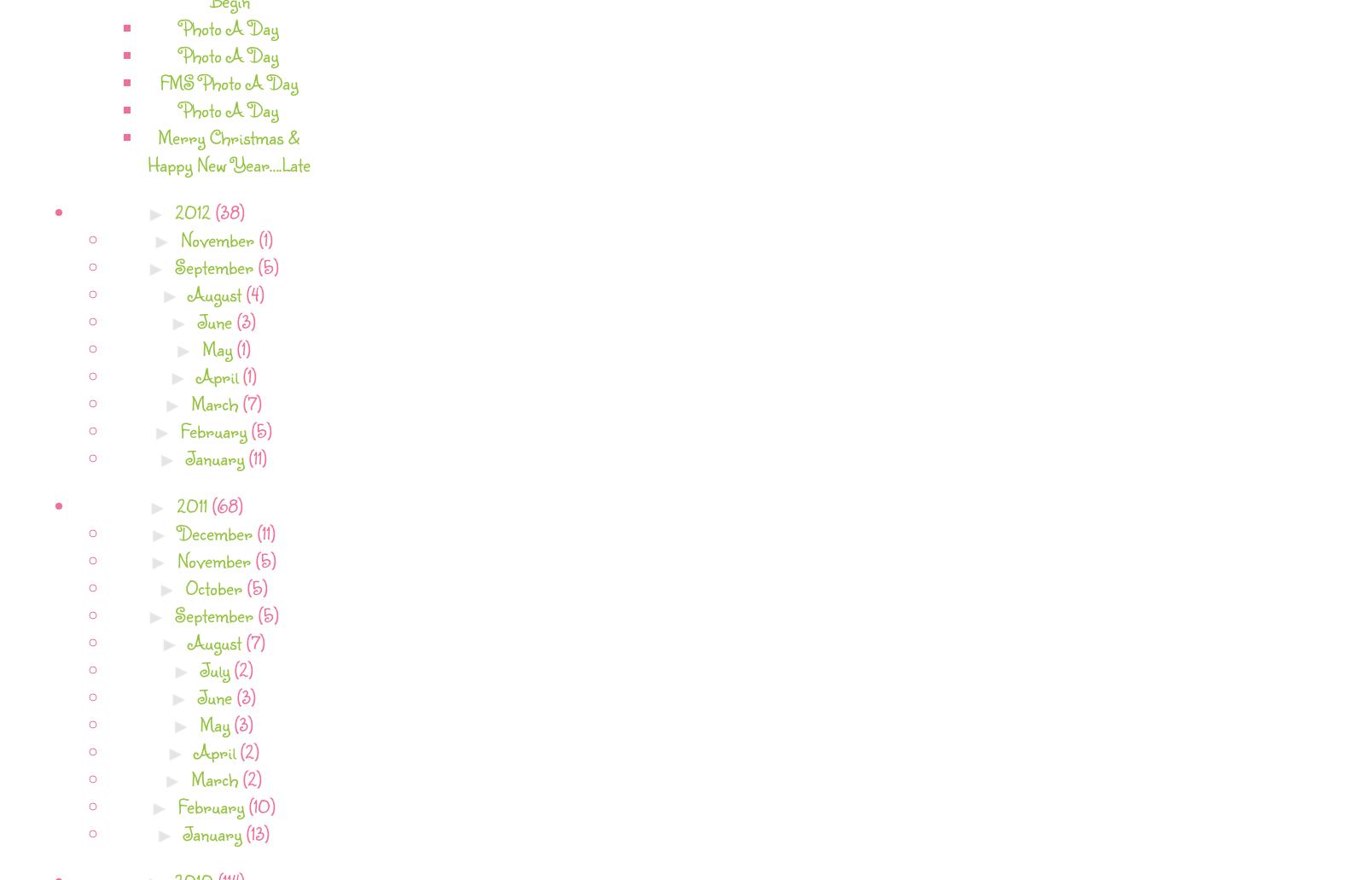 Image resolution: width=1372 pixels, height=880 pixels. I want to click on 'July', so click(217, 667).